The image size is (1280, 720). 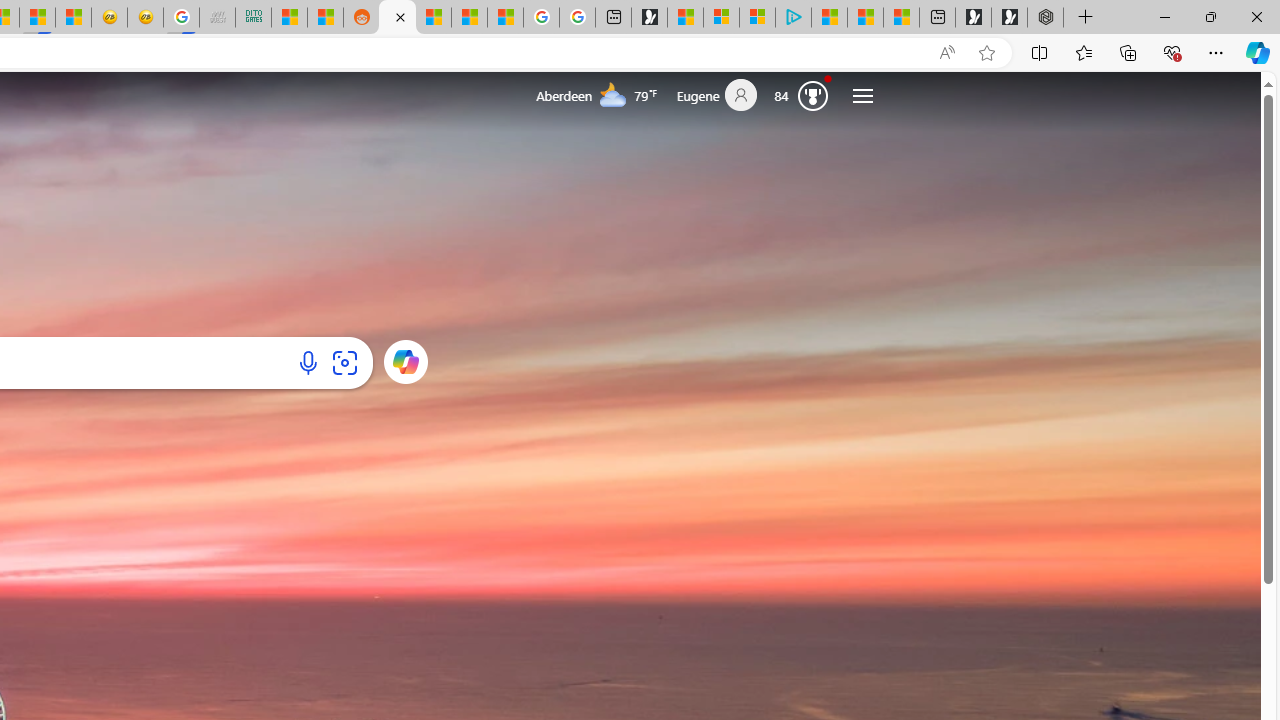 What do you see at coordinates (862, 95) in the screenshot?
I see `'Settings and quick links'` at bounding box center [862, 95].